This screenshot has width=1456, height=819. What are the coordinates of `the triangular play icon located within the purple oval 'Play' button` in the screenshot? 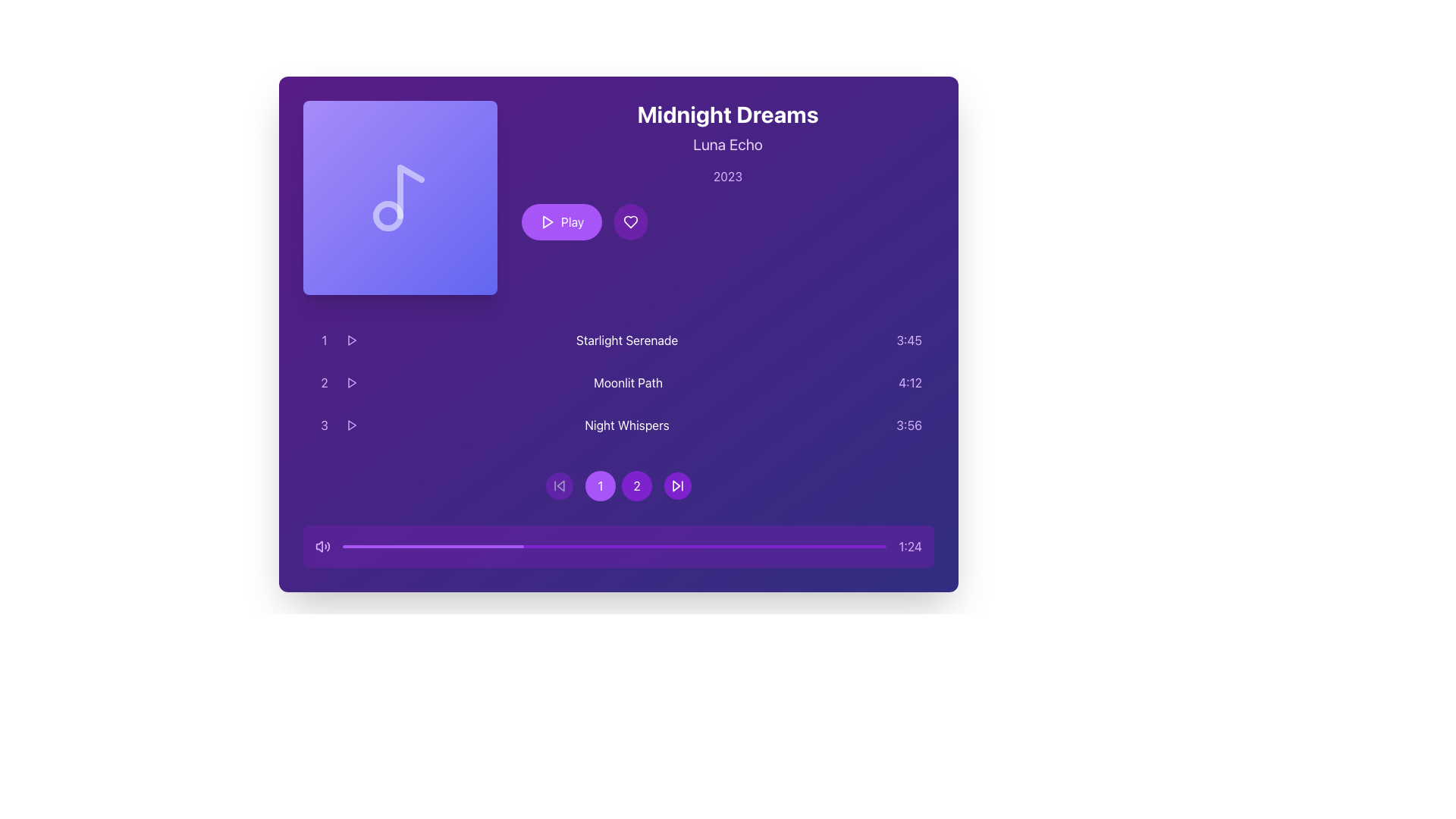 It's located at (547, 222).